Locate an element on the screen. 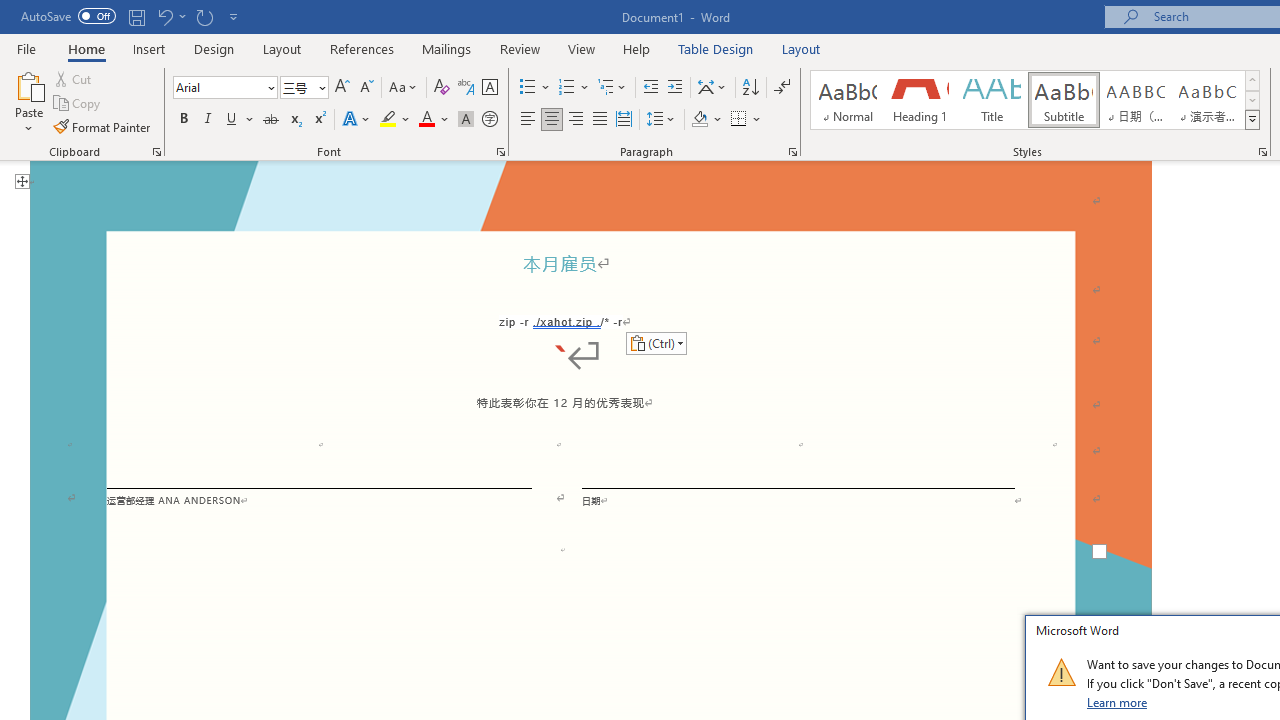 Image resolution: width=1280 pixels, height=720 pixels. 'Undo Paste' is located at coordinates (164, 16).